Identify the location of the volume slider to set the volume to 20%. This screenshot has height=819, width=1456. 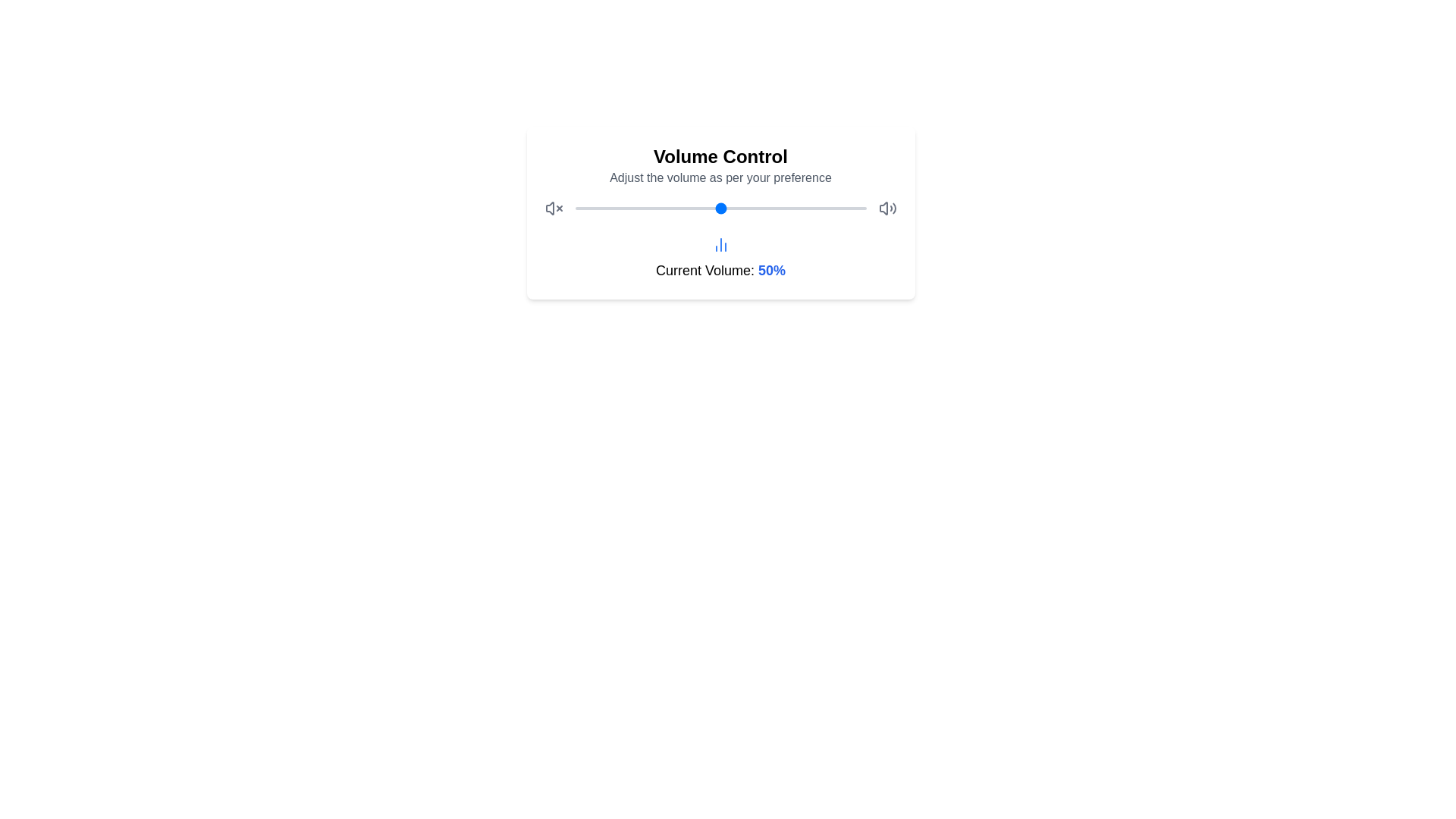
(633, 208).